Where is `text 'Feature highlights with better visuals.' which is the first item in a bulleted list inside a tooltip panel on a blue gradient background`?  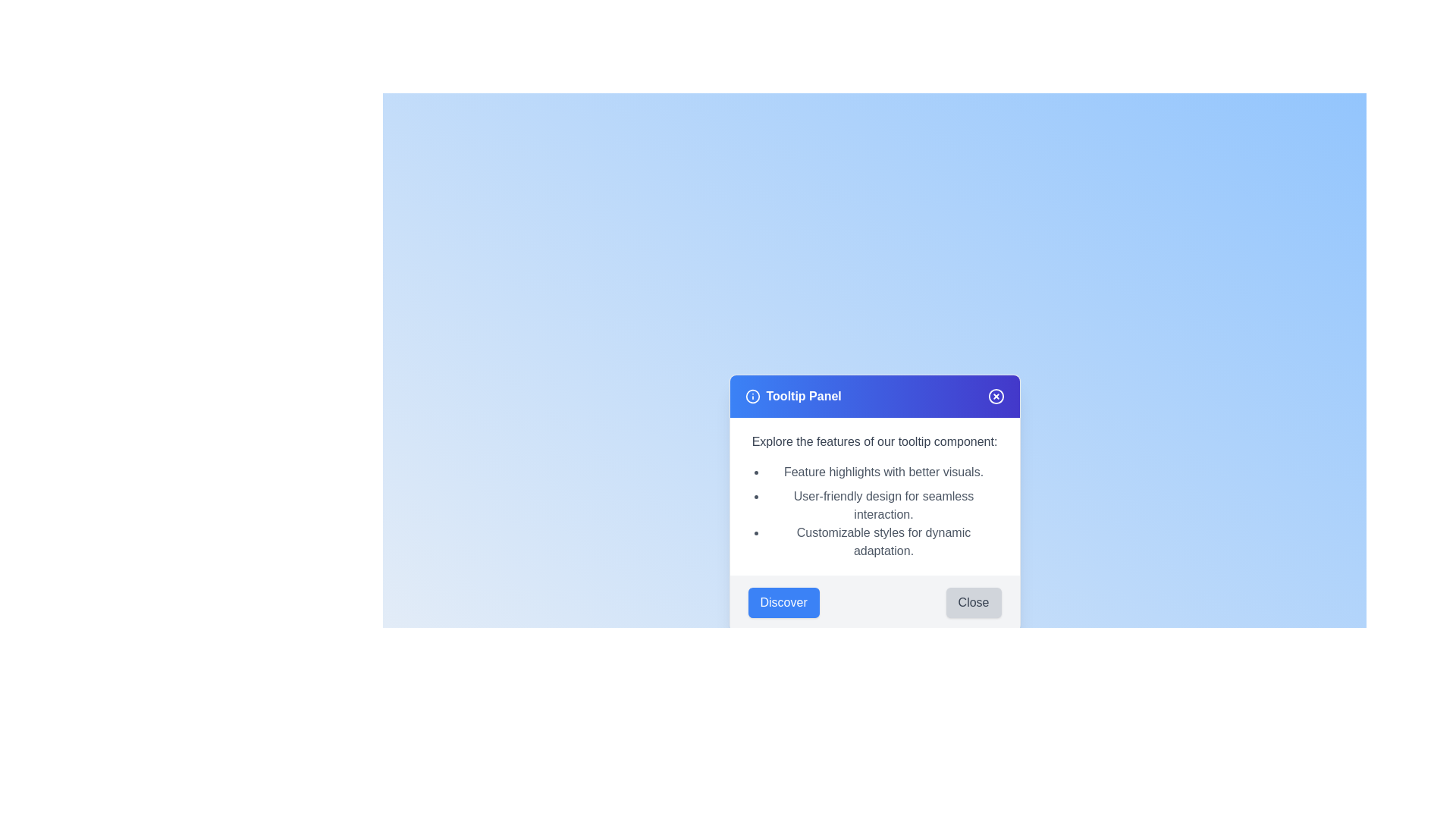
text 'Feature highlights with better visuals.' which is the first item in a bulleted list inside a tooltip panel on a blue gradient background is located at coordinates (883, 472).